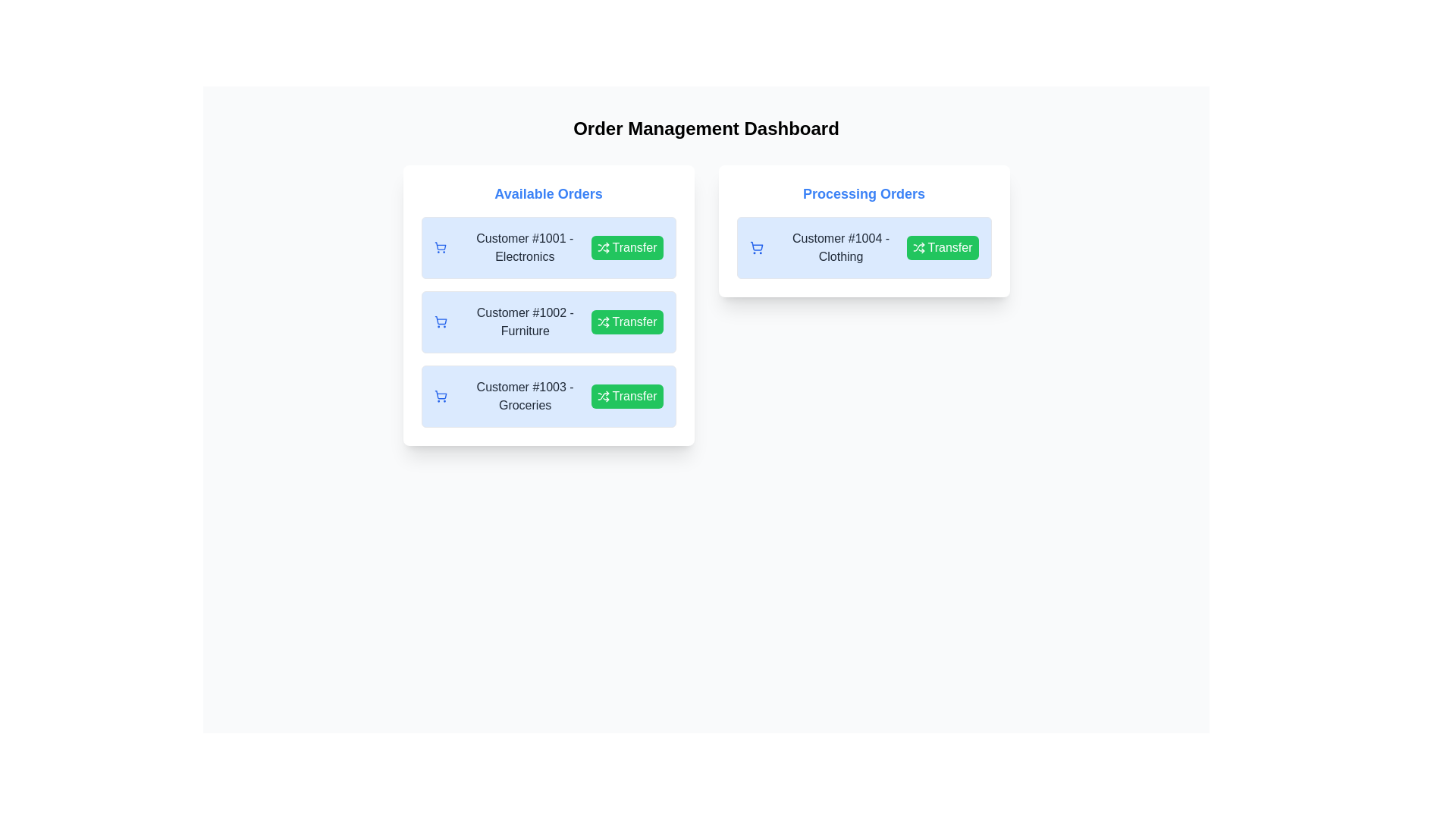  Describe the element at coordinates (440, 396) in the screenshot. I see `the shopping cart icon` at that location.